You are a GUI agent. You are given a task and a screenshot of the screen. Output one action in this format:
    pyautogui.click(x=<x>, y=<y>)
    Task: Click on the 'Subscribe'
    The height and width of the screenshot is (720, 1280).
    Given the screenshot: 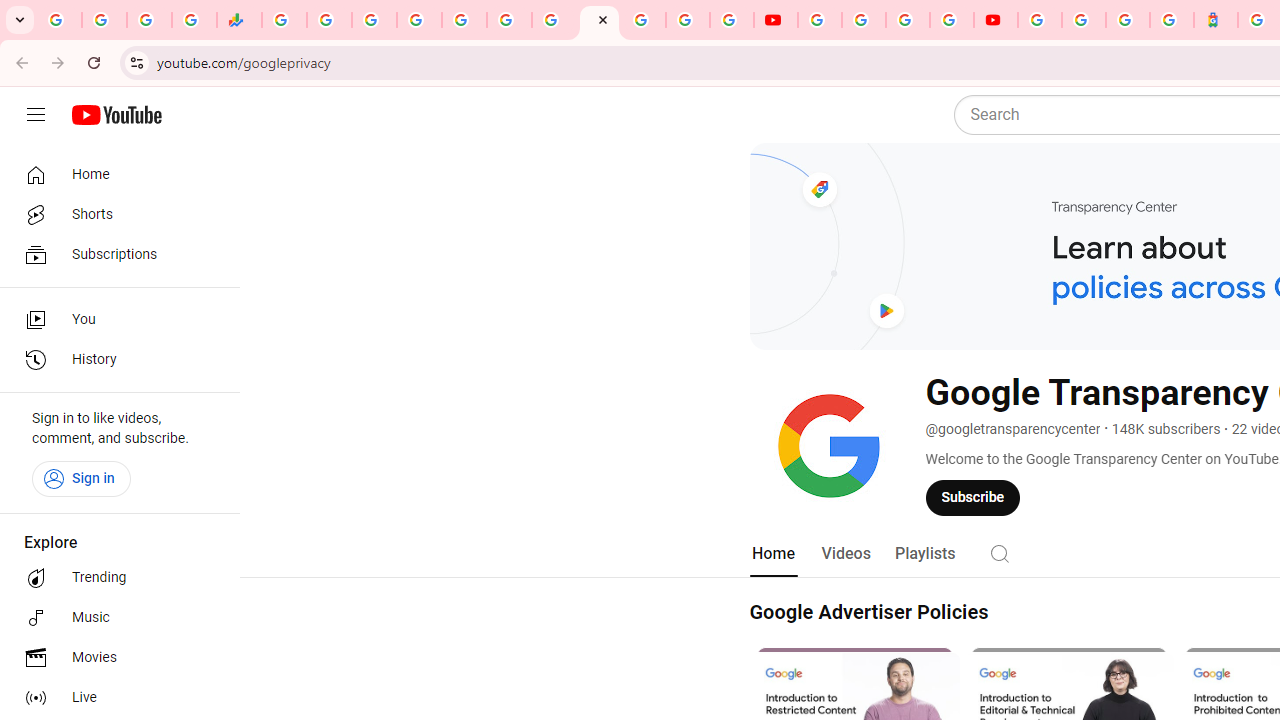 What is the action you would take?
    pyautogui.click(x=973, y=496)
    